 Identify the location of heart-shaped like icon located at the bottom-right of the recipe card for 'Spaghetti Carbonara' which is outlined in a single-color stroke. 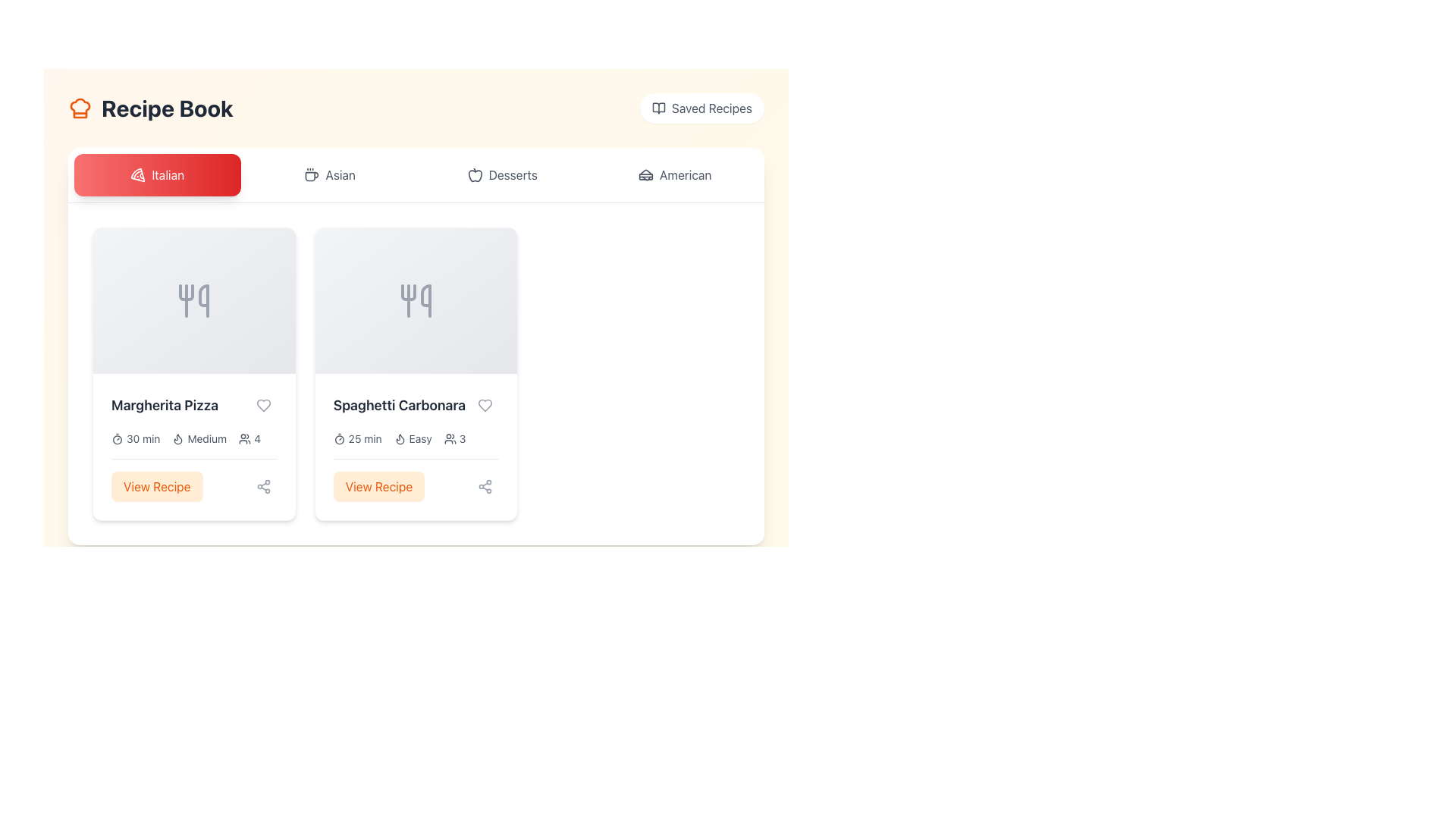
(485, 405).